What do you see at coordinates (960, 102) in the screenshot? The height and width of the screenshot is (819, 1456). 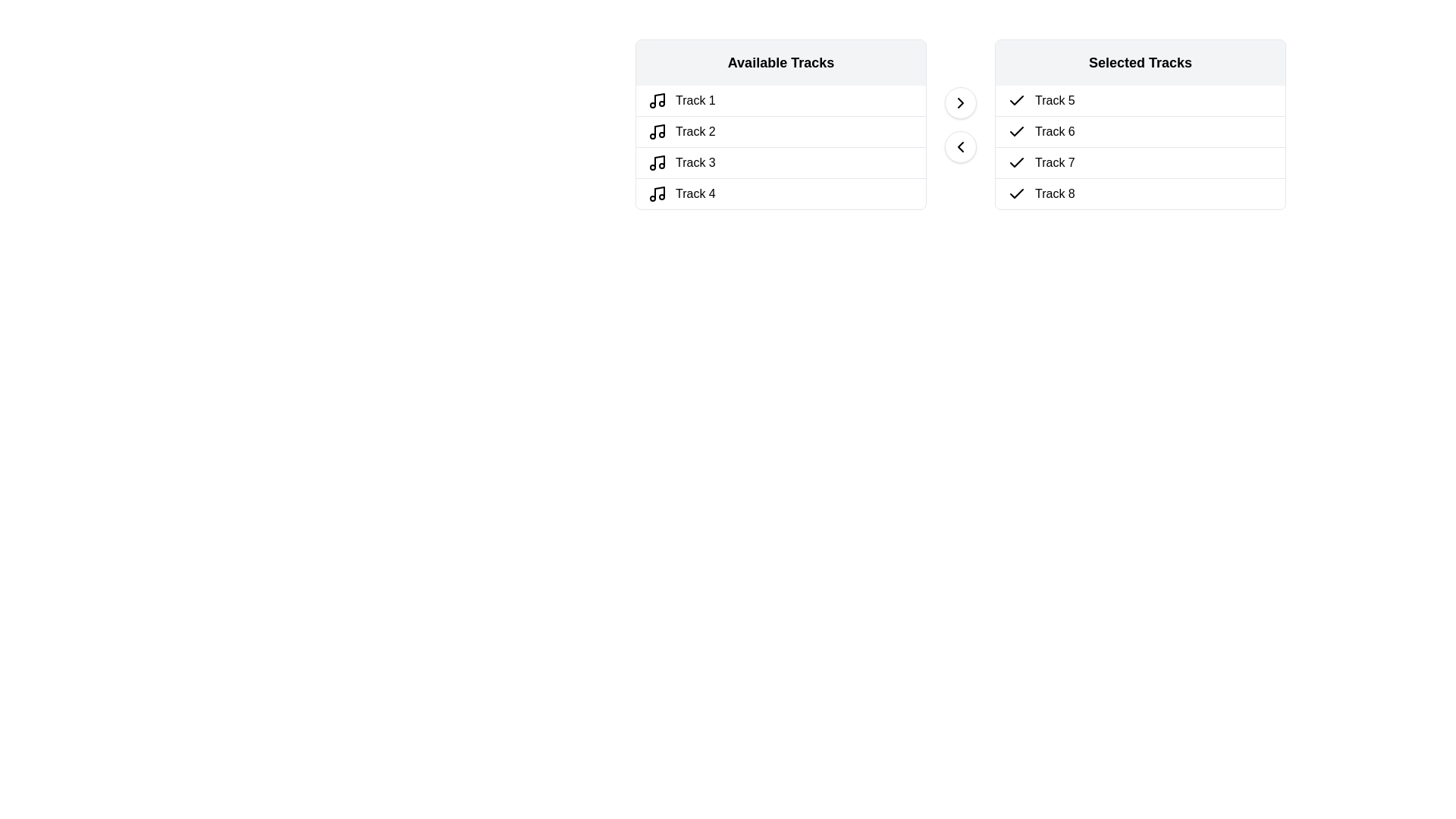 I see `the first circular button that transfers items from 'Available Tracks' to 'Selected Tracks' to observe interactive feedback` at bounding box center [960, 102].